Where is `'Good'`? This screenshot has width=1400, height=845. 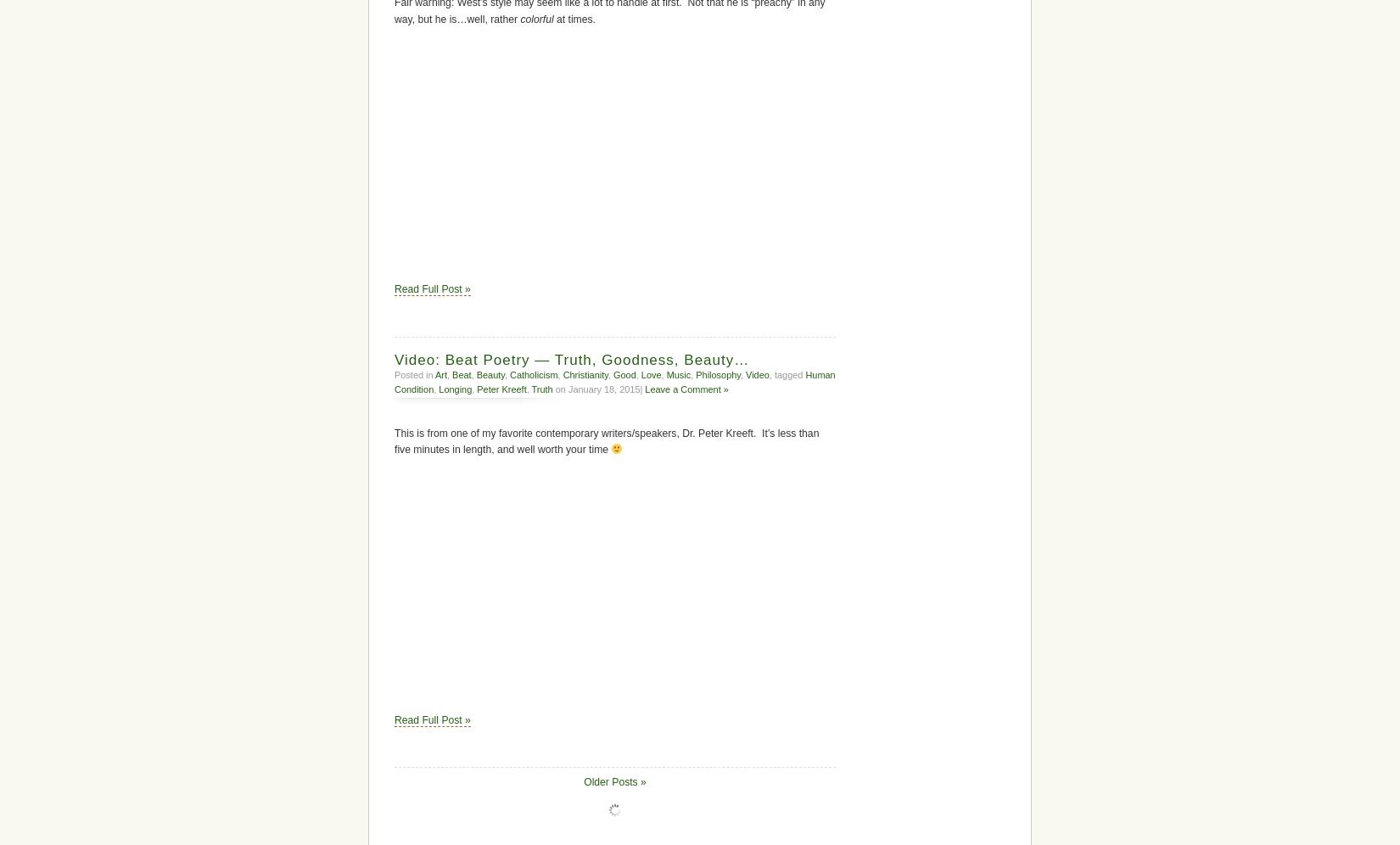
'Good' is located at coordinates (624, 374).